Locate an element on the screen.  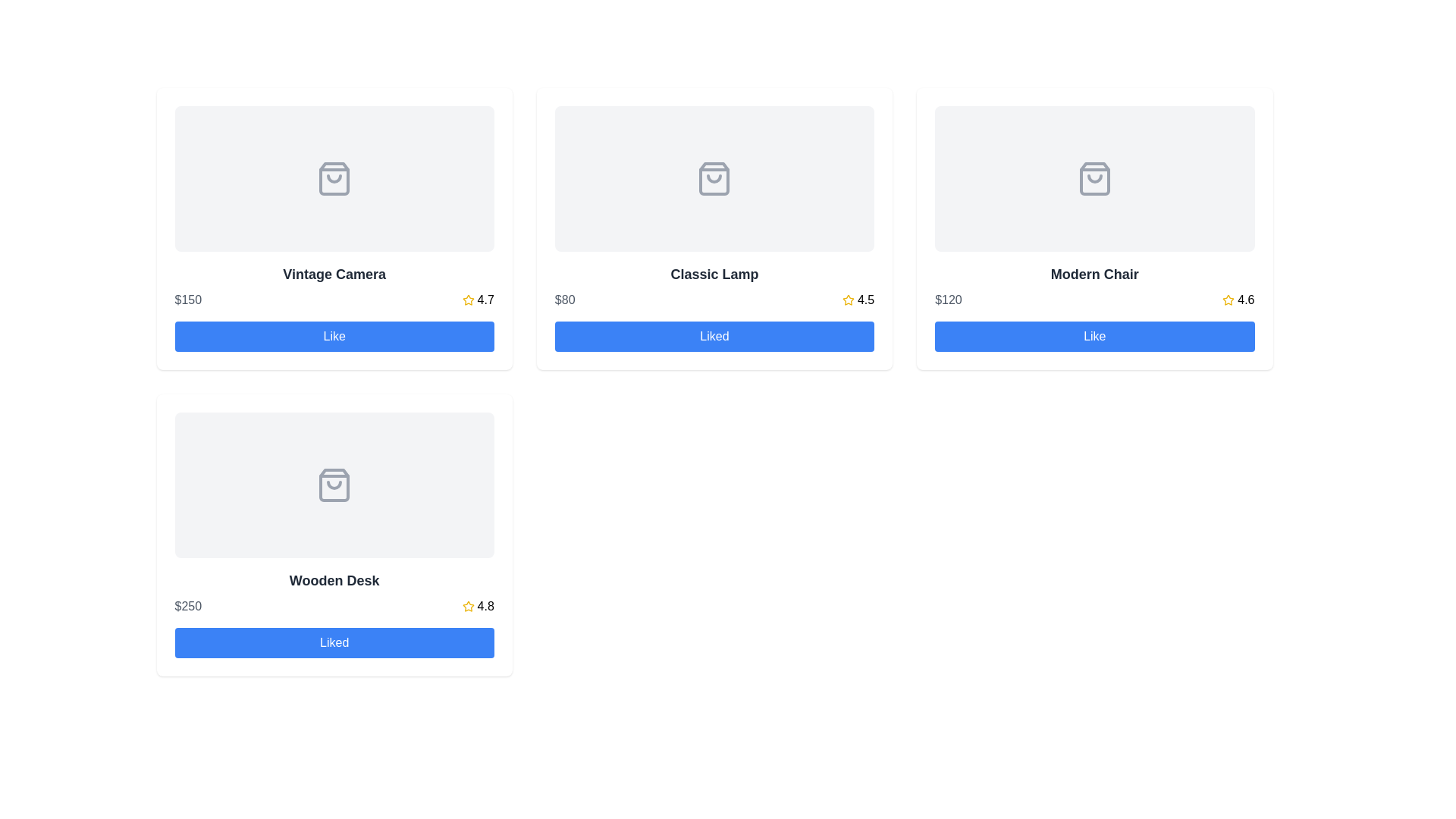
the shopping bag icon located inside the 'Vintage Camera' card at the top left corner of the grid layout is located at coordinates (334, 177).